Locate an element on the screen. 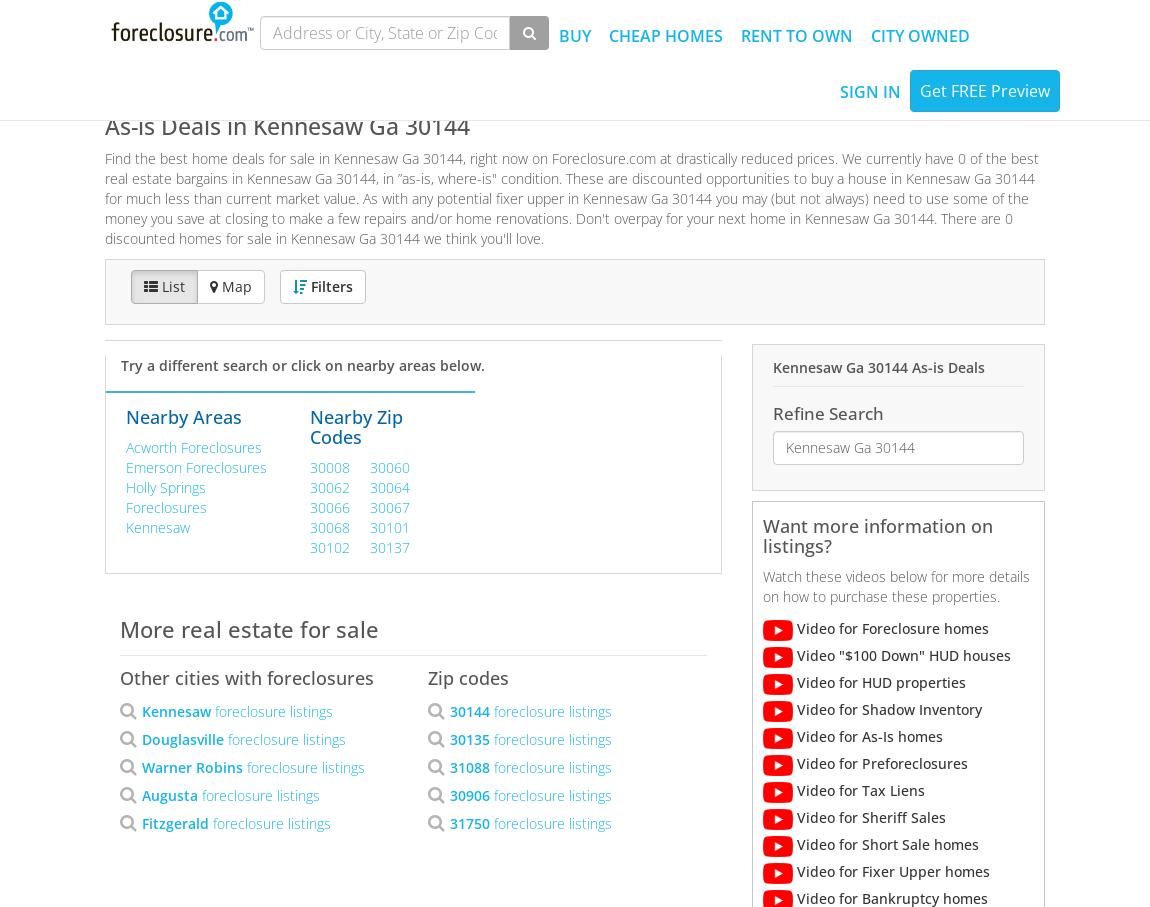 The image size is (1150, 907). 'Buy' is located at coordinates (575, 35).